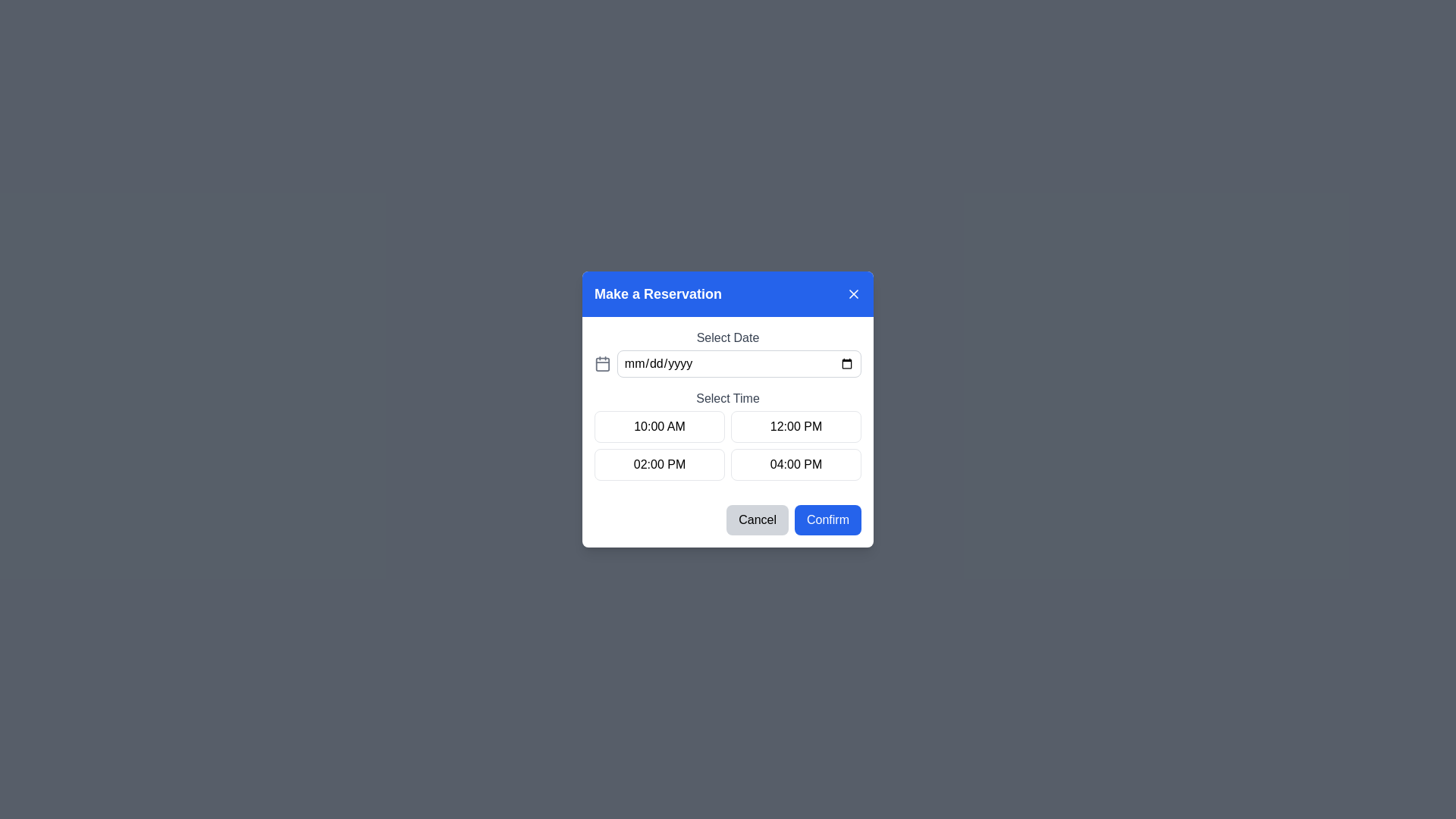 The height and width of the screenshot is (819, 1456). I want to click on the calendar icon component located next to the date input field in the reservation dialog box, which aids in date selection, so click(601, 364).